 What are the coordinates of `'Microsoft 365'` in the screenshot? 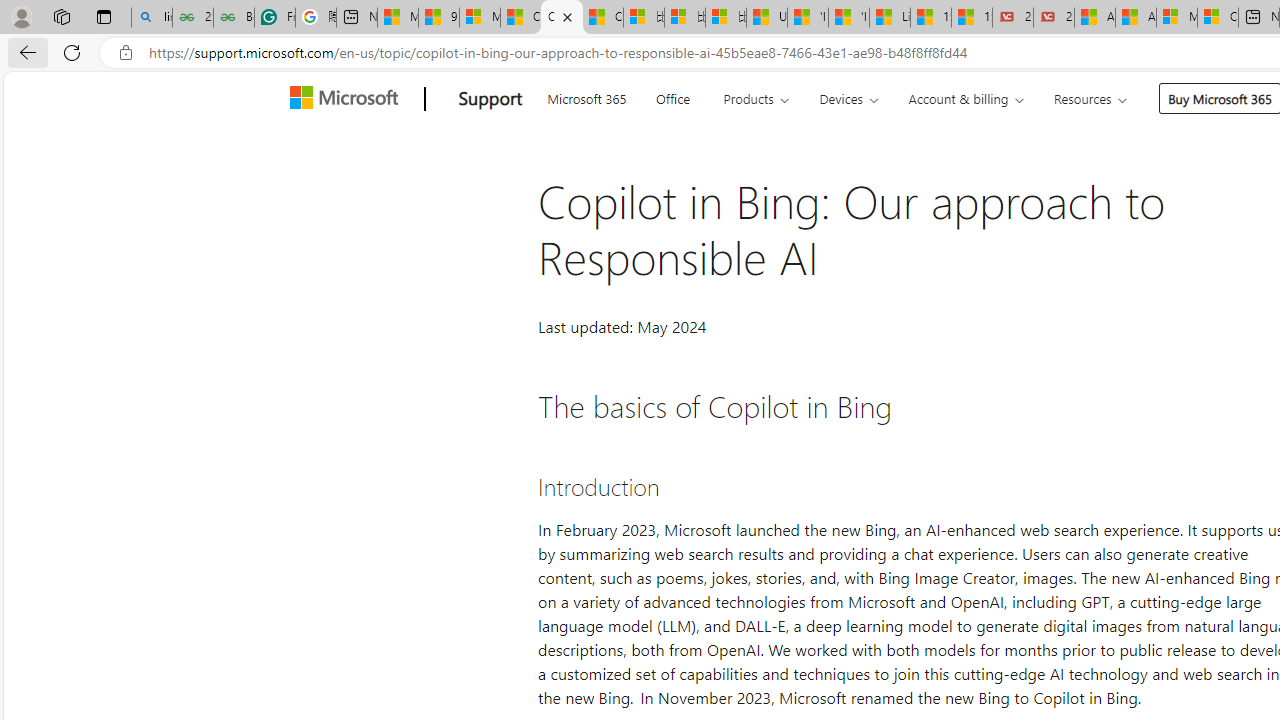 It's located at (585, 96).